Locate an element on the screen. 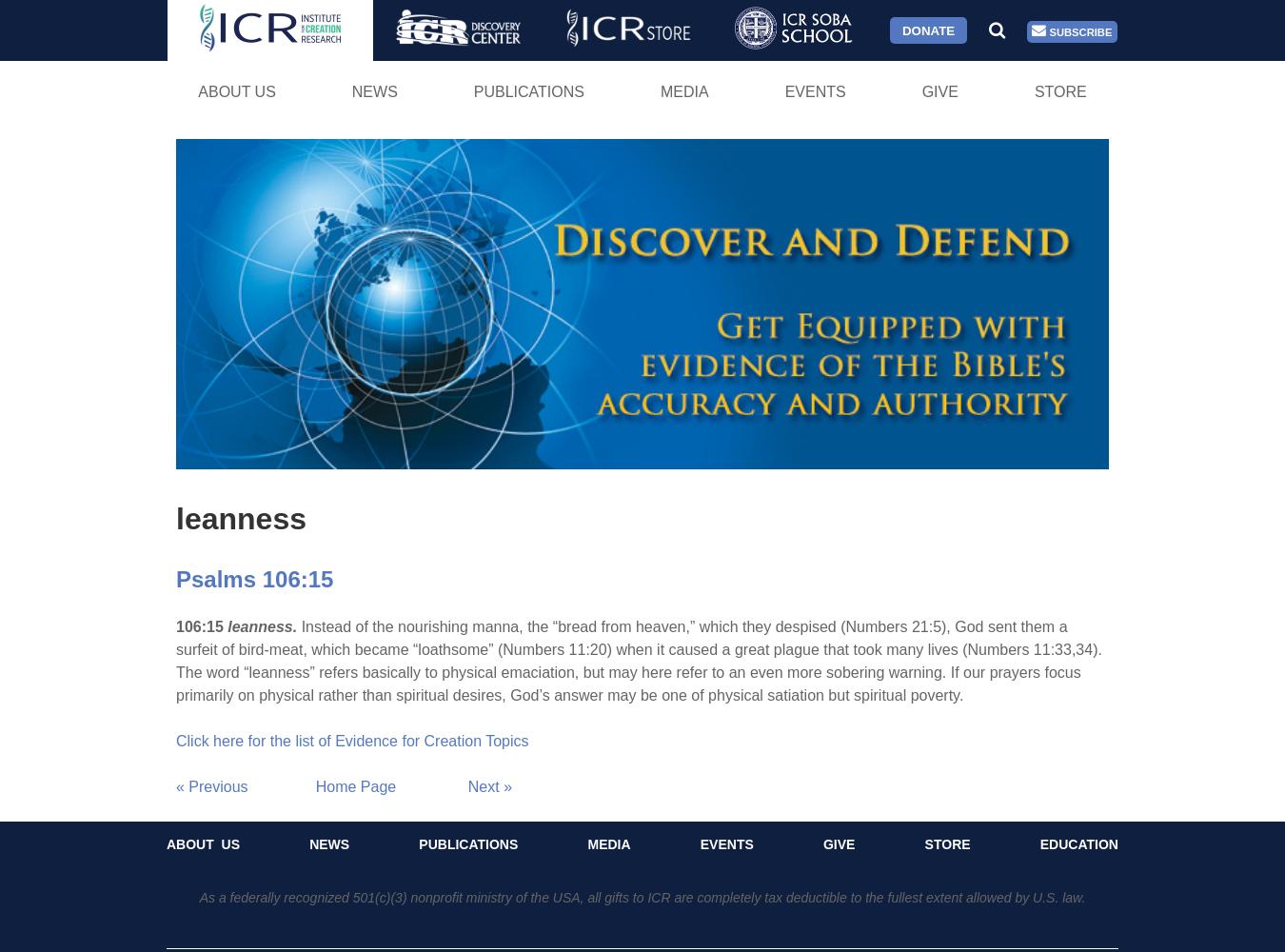 The image size is (1285, 952). 'Home Page' is located at coordinates (355, 784).